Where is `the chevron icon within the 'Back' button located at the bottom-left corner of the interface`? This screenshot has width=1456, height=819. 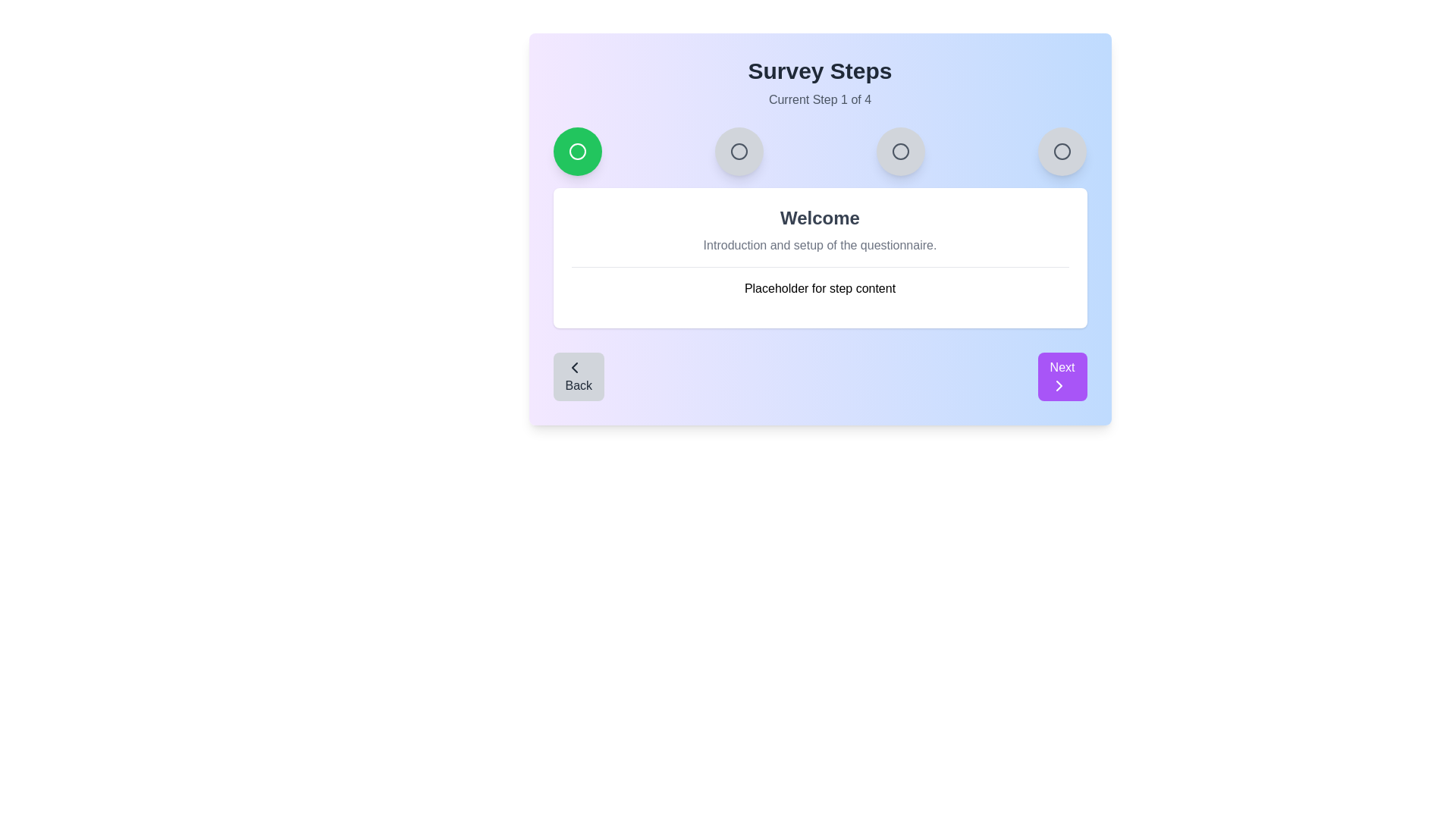
the chevron icon within the 'Back' button located at the bottom-left corner of the interface is located at coordinates (573, 368).